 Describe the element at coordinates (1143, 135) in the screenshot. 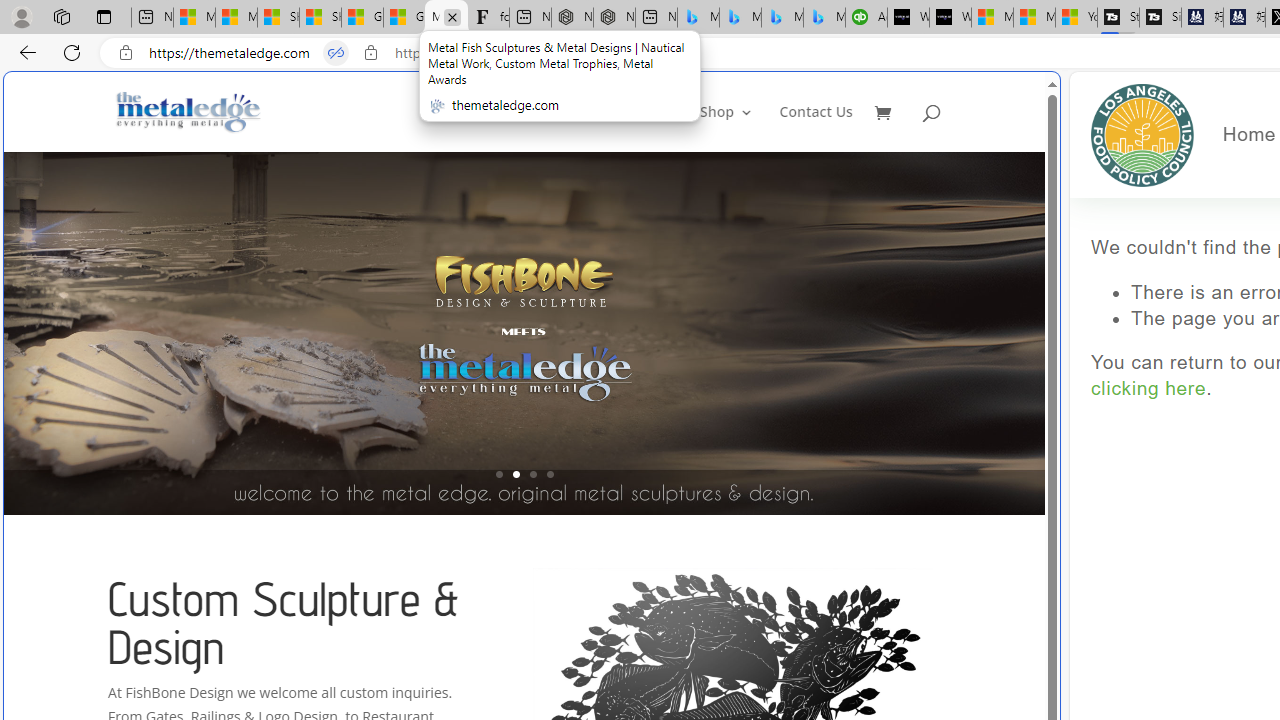

I see `'Los Angeles Food Policy Council'` at that location.